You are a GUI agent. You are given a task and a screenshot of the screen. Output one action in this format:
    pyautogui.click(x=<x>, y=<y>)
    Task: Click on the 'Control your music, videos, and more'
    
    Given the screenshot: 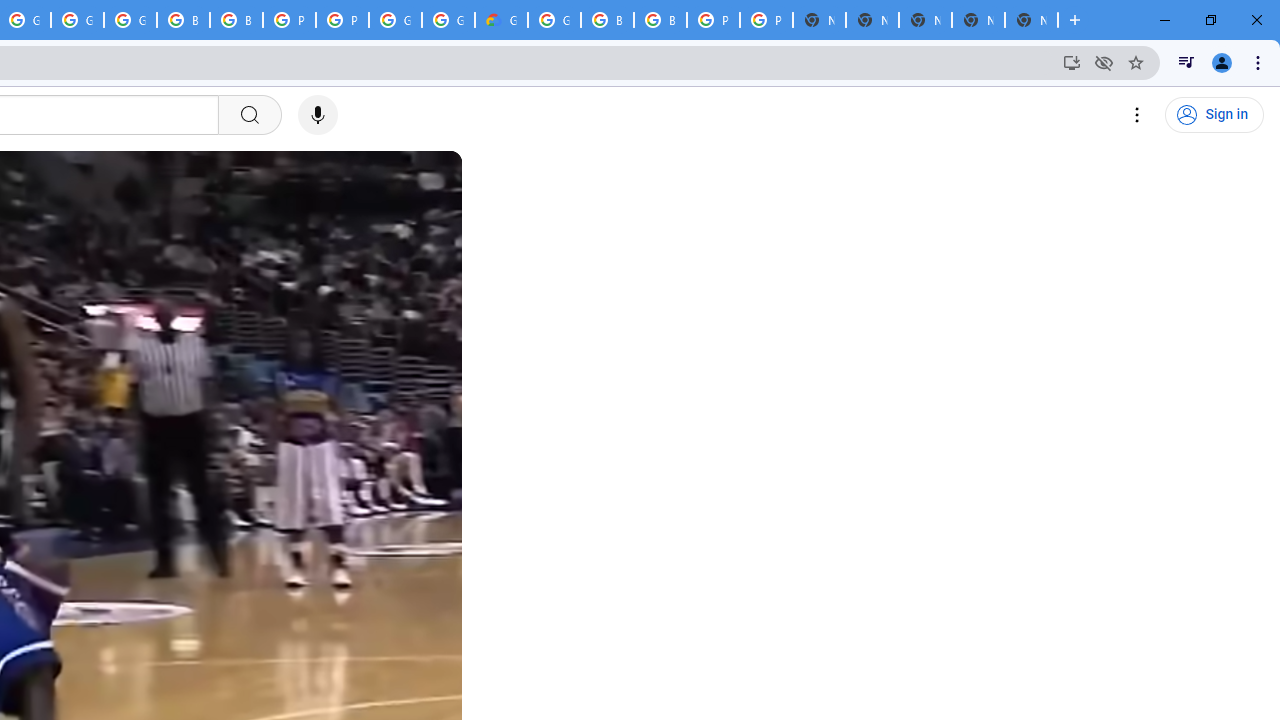 What is the action you would take?
    pyautogui.click(x=1185, y=61)
    